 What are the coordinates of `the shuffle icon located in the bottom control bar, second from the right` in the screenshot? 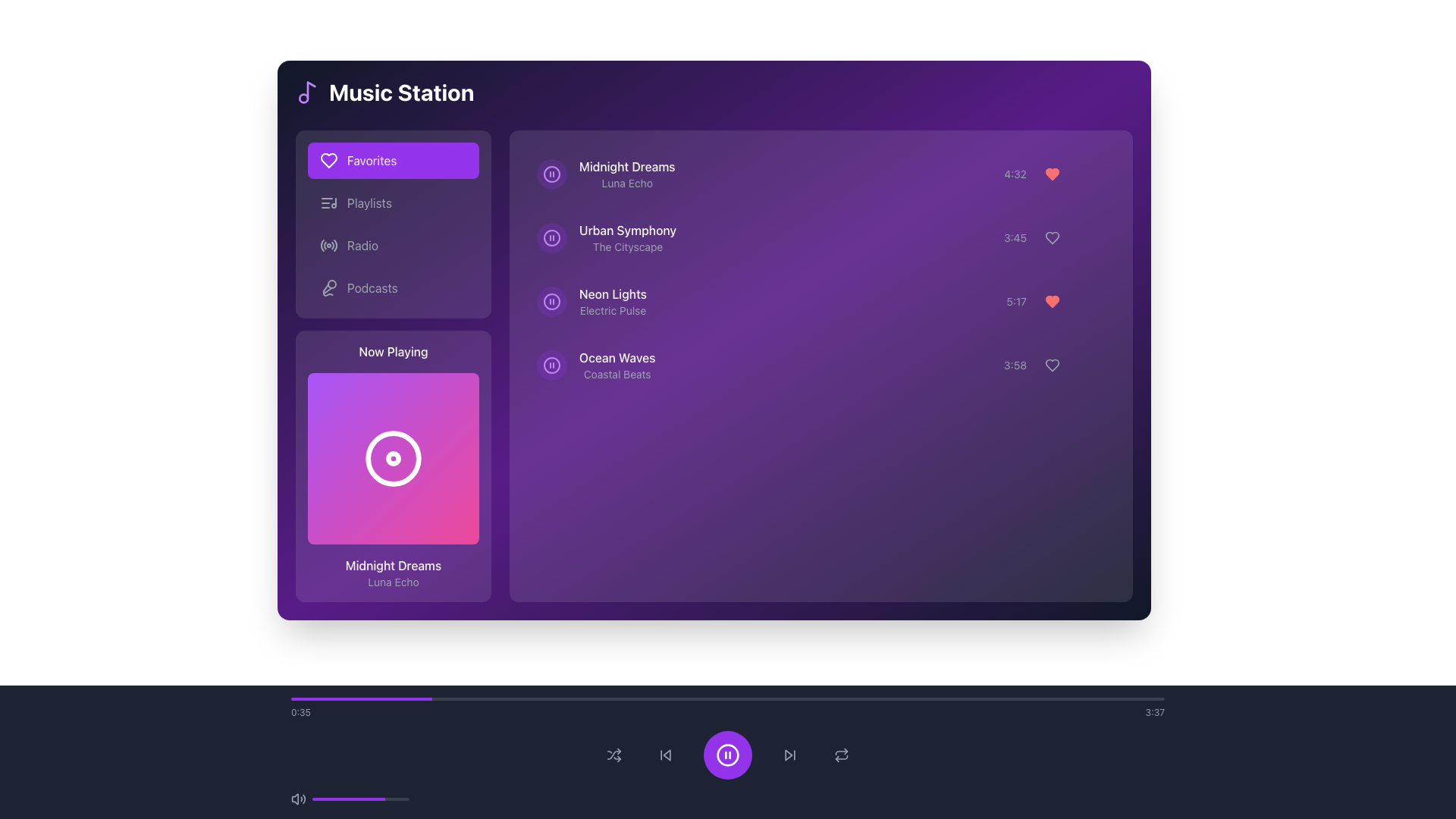 It's located at (614, 755).